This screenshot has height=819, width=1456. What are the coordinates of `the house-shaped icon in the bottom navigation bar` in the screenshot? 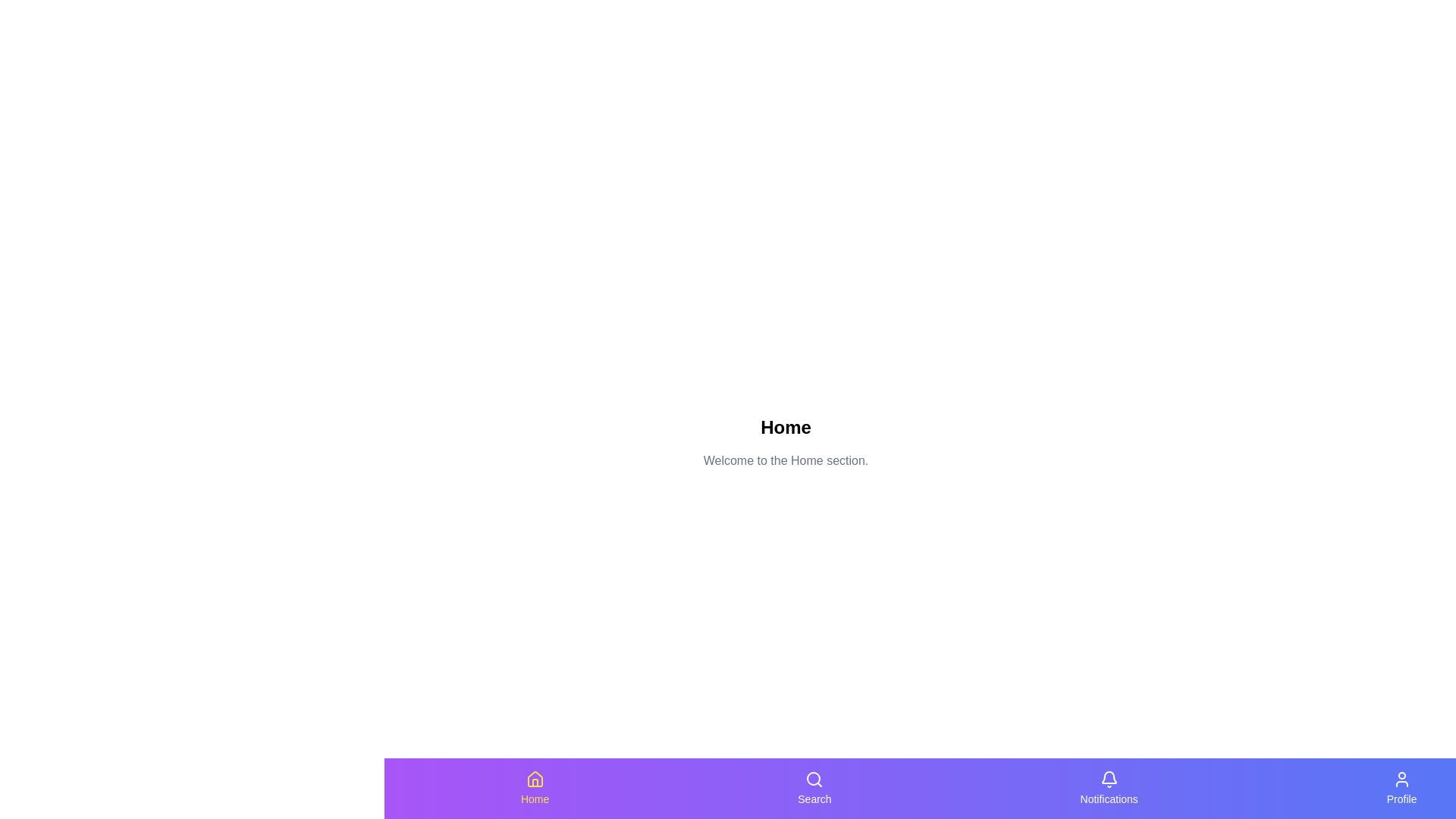 It's located at (535, 779).